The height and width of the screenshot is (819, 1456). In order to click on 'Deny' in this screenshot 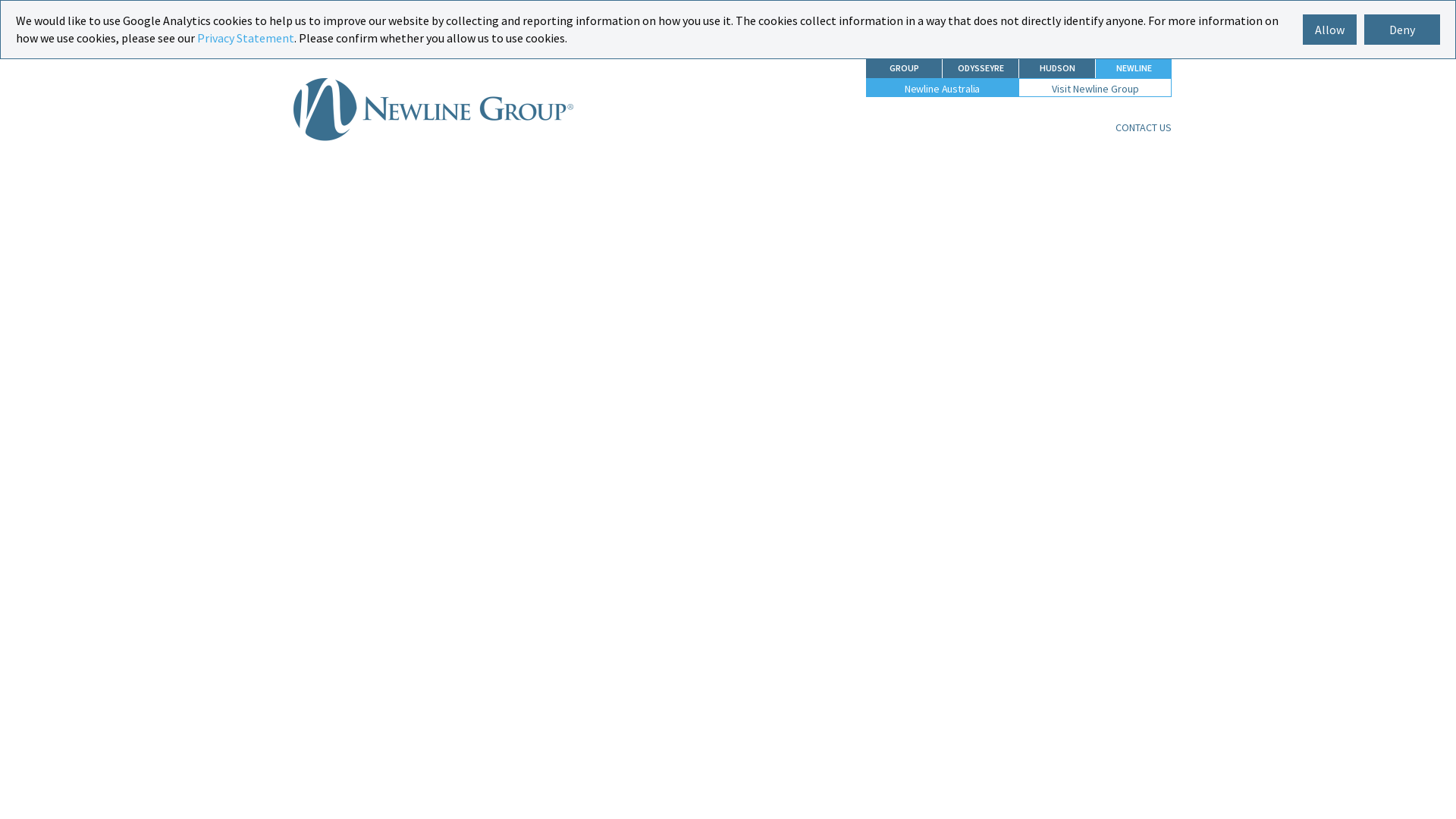, I will do `click(1401, 30)`.